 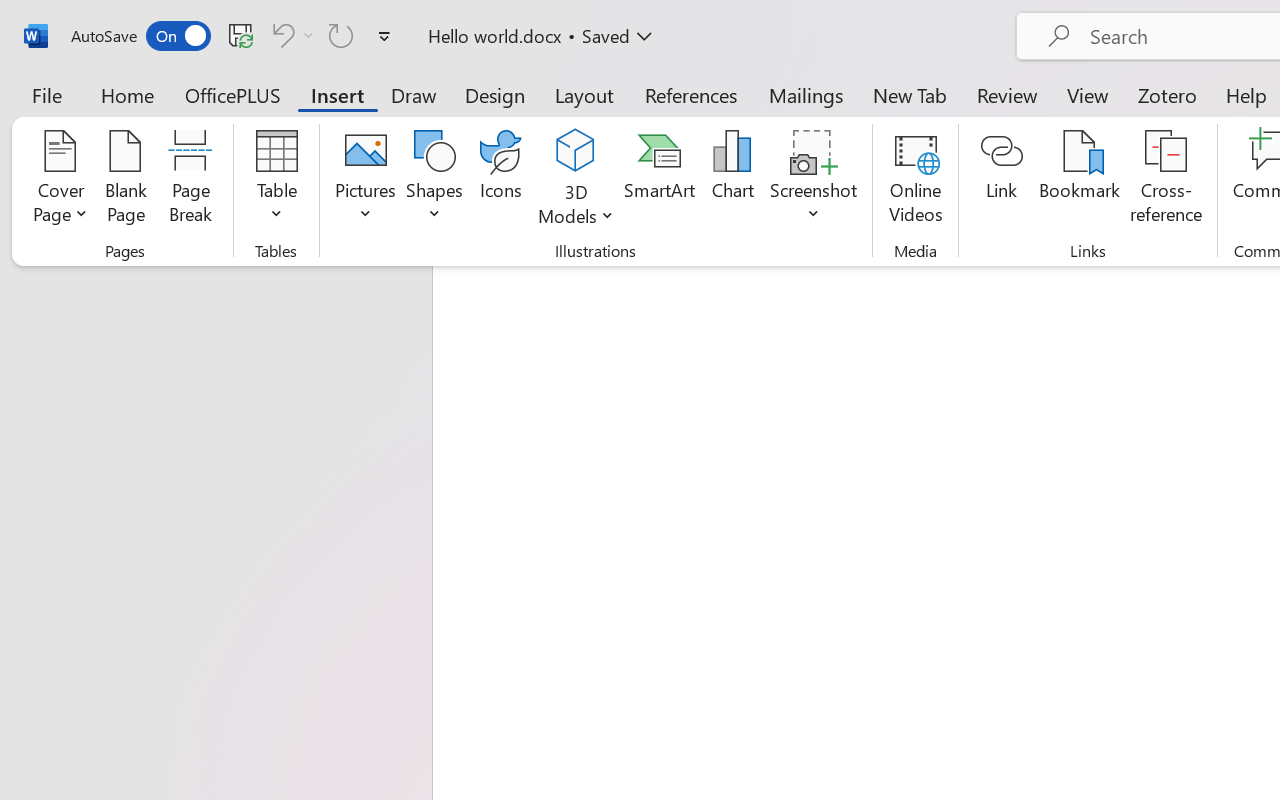 I want to click on 'Customize Quick Access Toolbar', so click(x=384, y=35).